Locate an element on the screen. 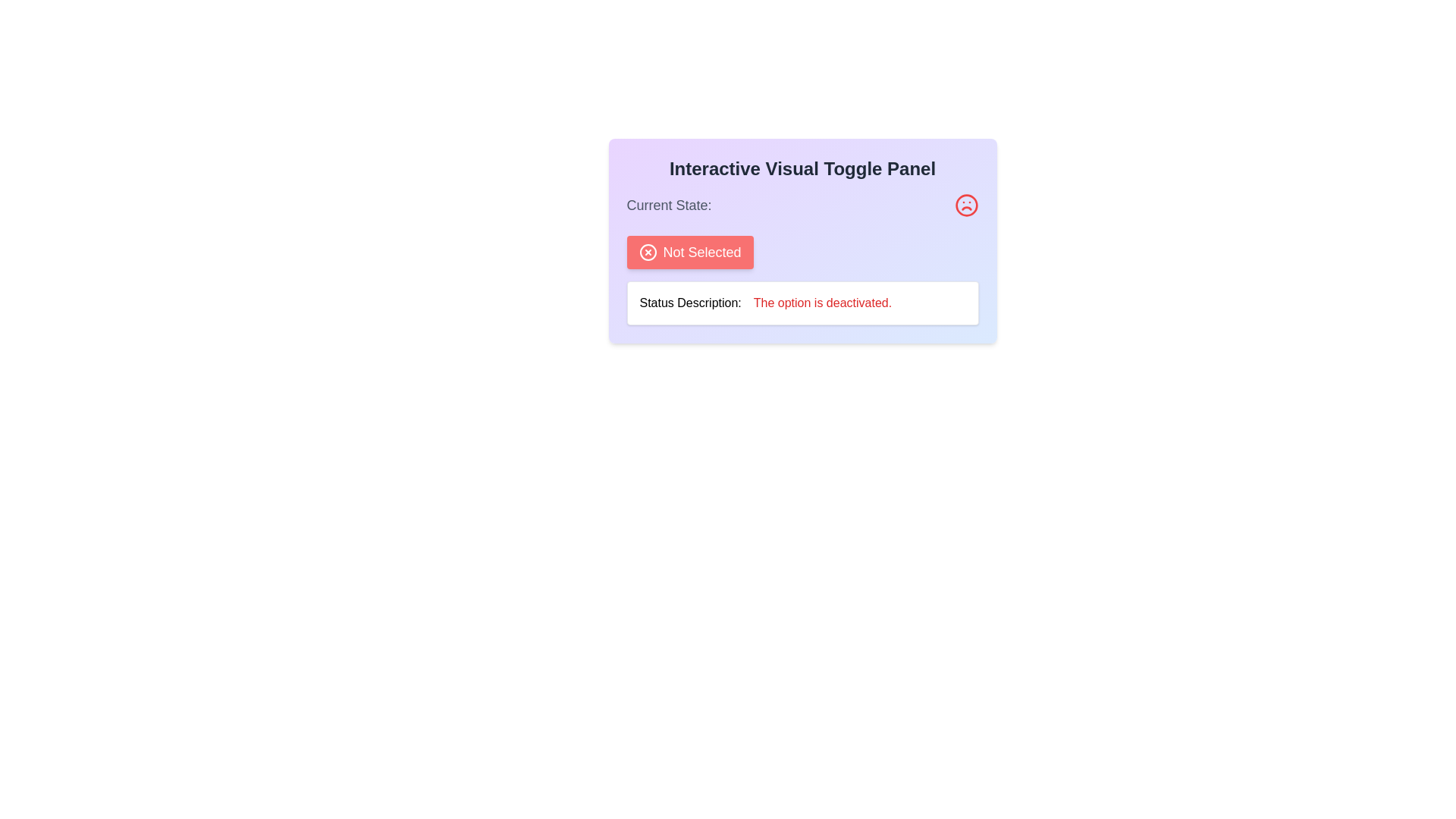 This screenshot has width=1456, height=819. the toggle button located below the 'Current State:' text and above the 'Status Description' section to observe hover effects is located at coordinates (689, 251).